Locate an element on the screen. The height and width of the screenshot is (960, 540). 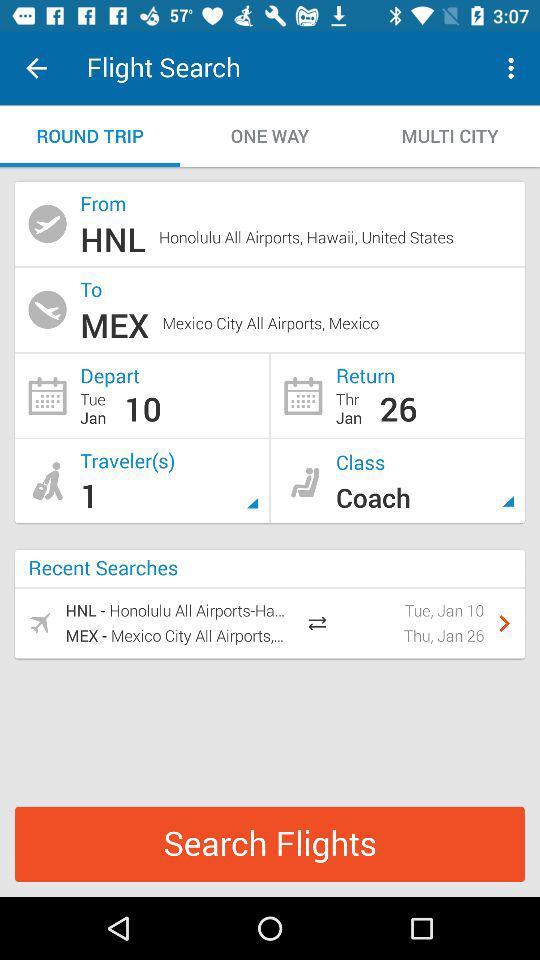
the icon next to flight search is located at coordinates (36, 68).